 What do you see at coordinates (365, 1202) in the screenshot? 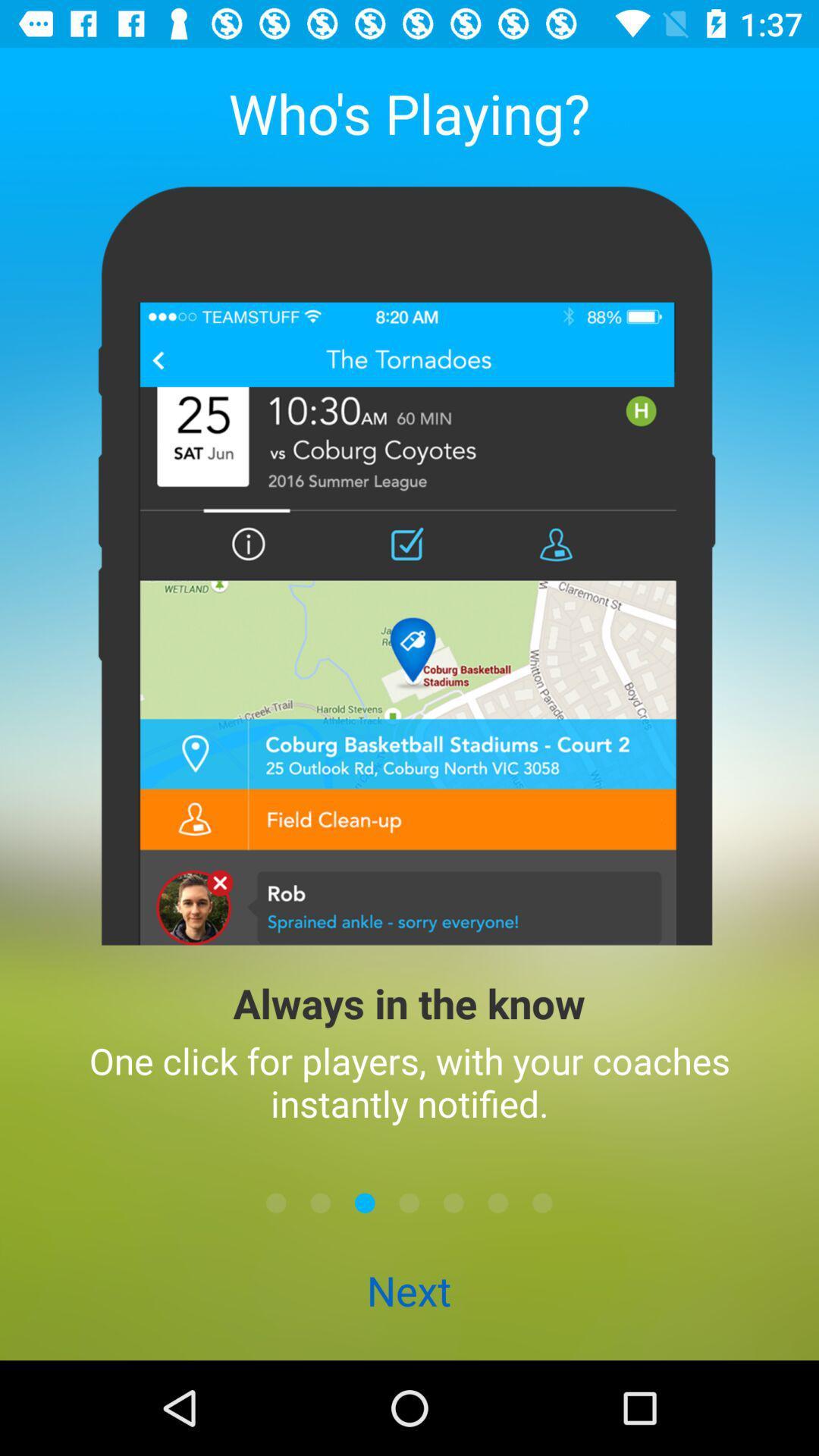
I see `next page` at bounding box center [365, 1202].